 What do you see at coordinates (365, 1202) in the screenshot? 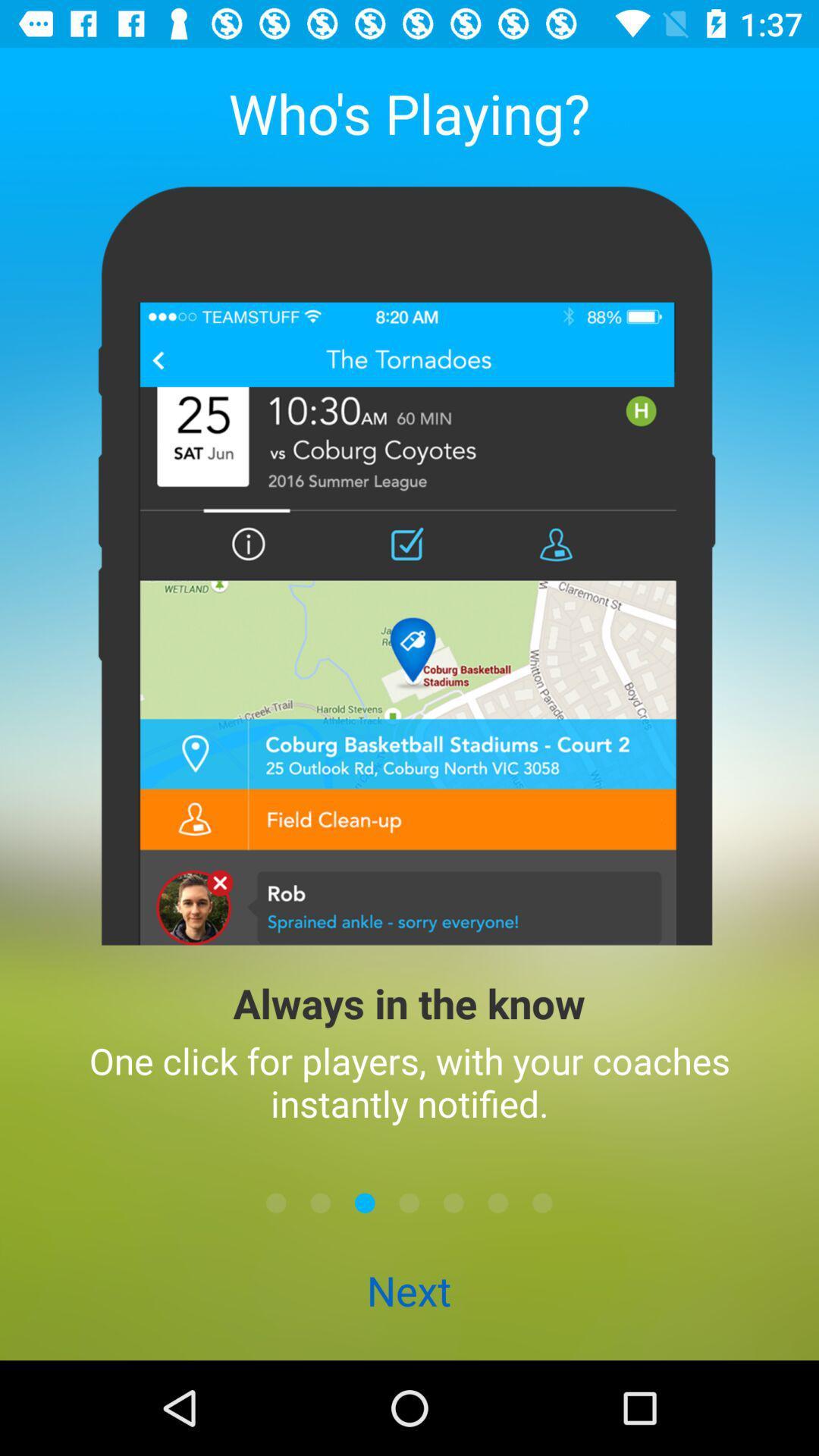
I see `next page` at bounding box center [365, 1202].